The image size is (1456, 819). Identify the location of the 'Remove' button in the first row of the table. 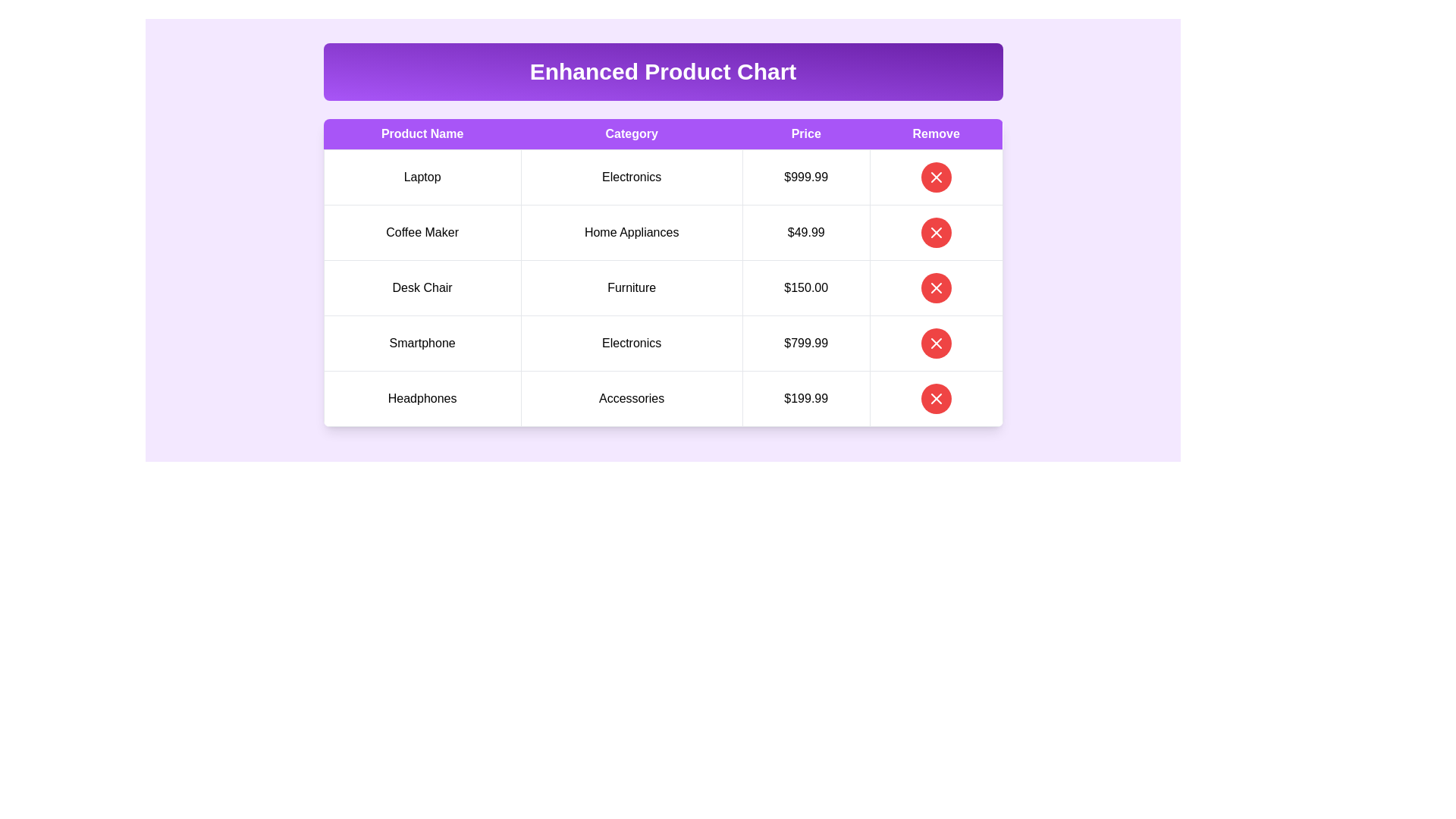
(935, 177).